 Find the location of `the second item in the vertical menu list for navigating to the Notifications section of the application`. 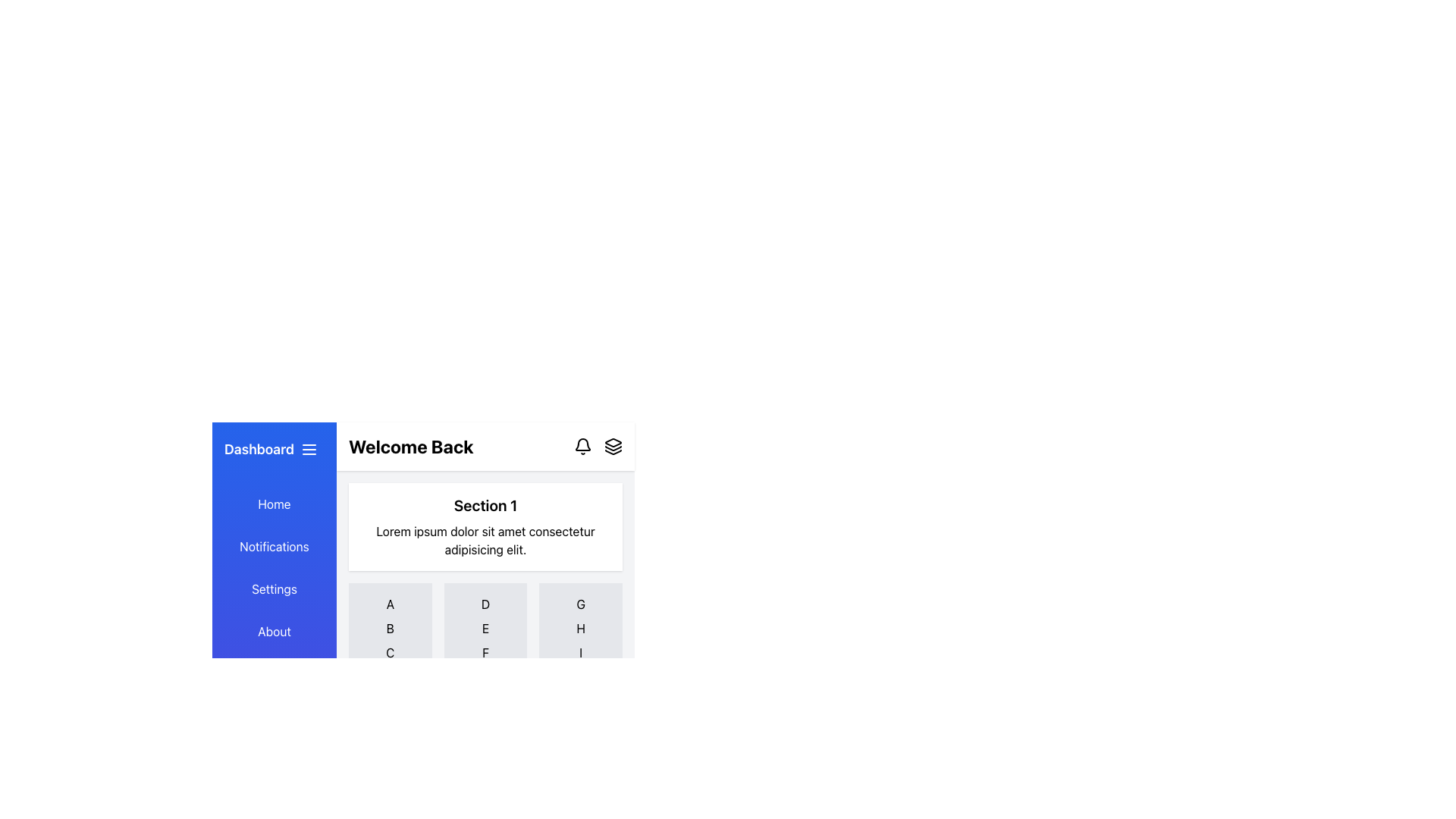

the second item in the vertical menu list for navigating to the Notifications section of the application is located at coordinates (274, 547).